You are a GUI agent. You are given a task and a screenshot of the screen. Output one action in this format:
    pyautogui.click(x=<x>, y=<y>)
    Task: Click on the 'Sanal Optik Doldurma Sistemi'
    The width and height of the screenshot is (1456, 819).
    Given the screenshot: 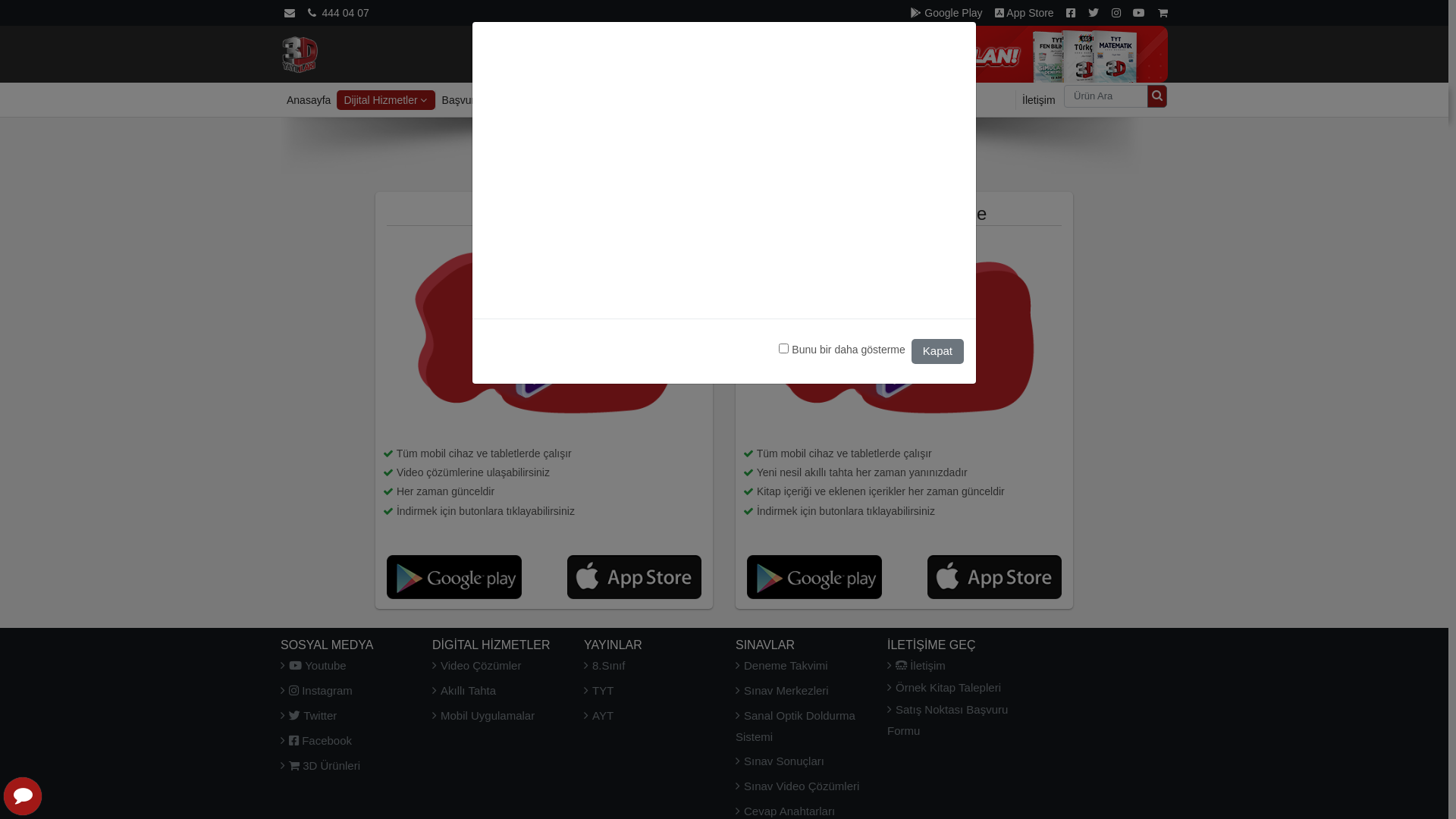 What is the action you would take?
    pyautogui.click(x=795, y=725)
    